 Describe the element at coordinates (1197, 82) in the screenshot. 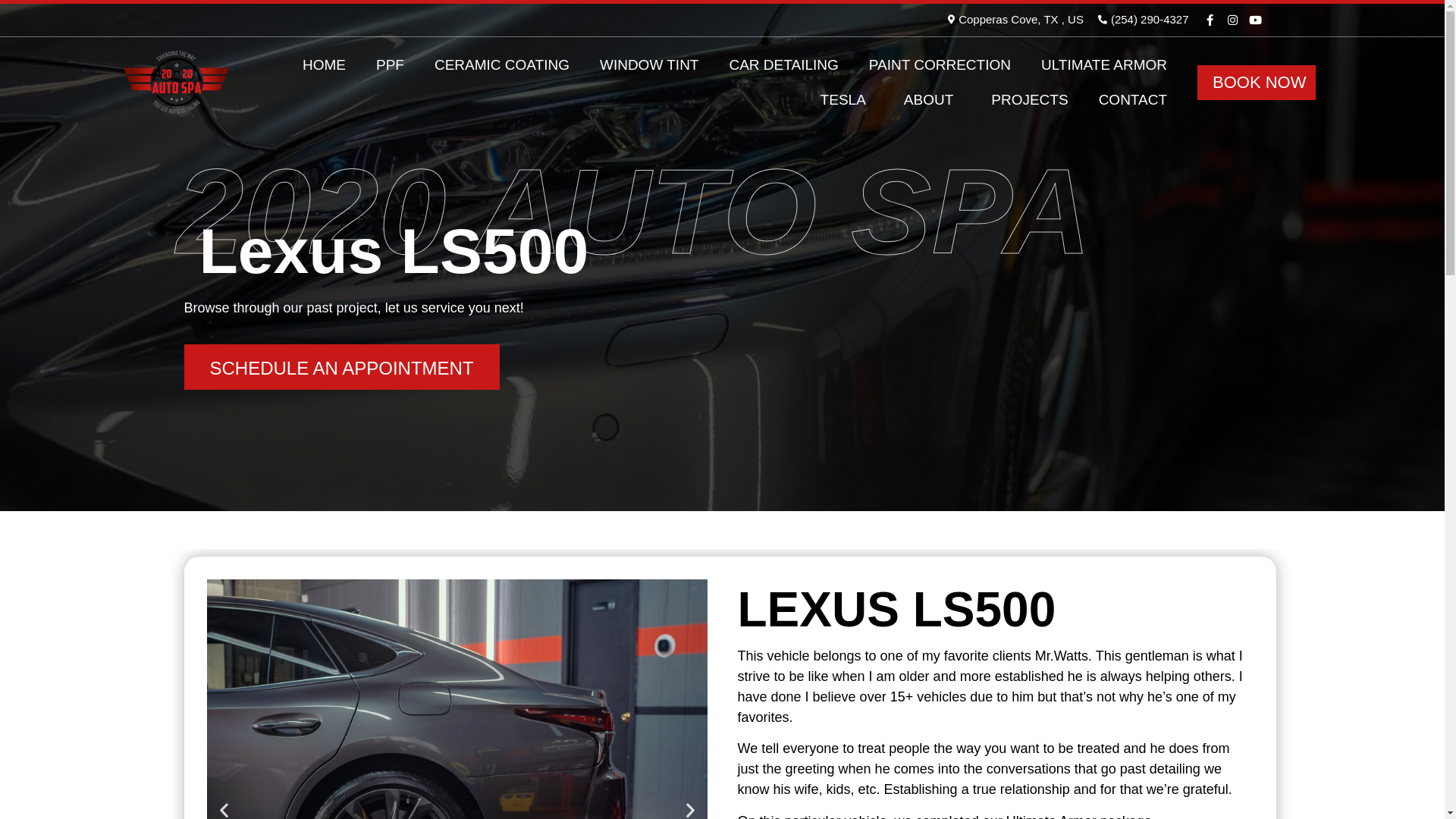

I see `'BOOK NOW'` at that location.